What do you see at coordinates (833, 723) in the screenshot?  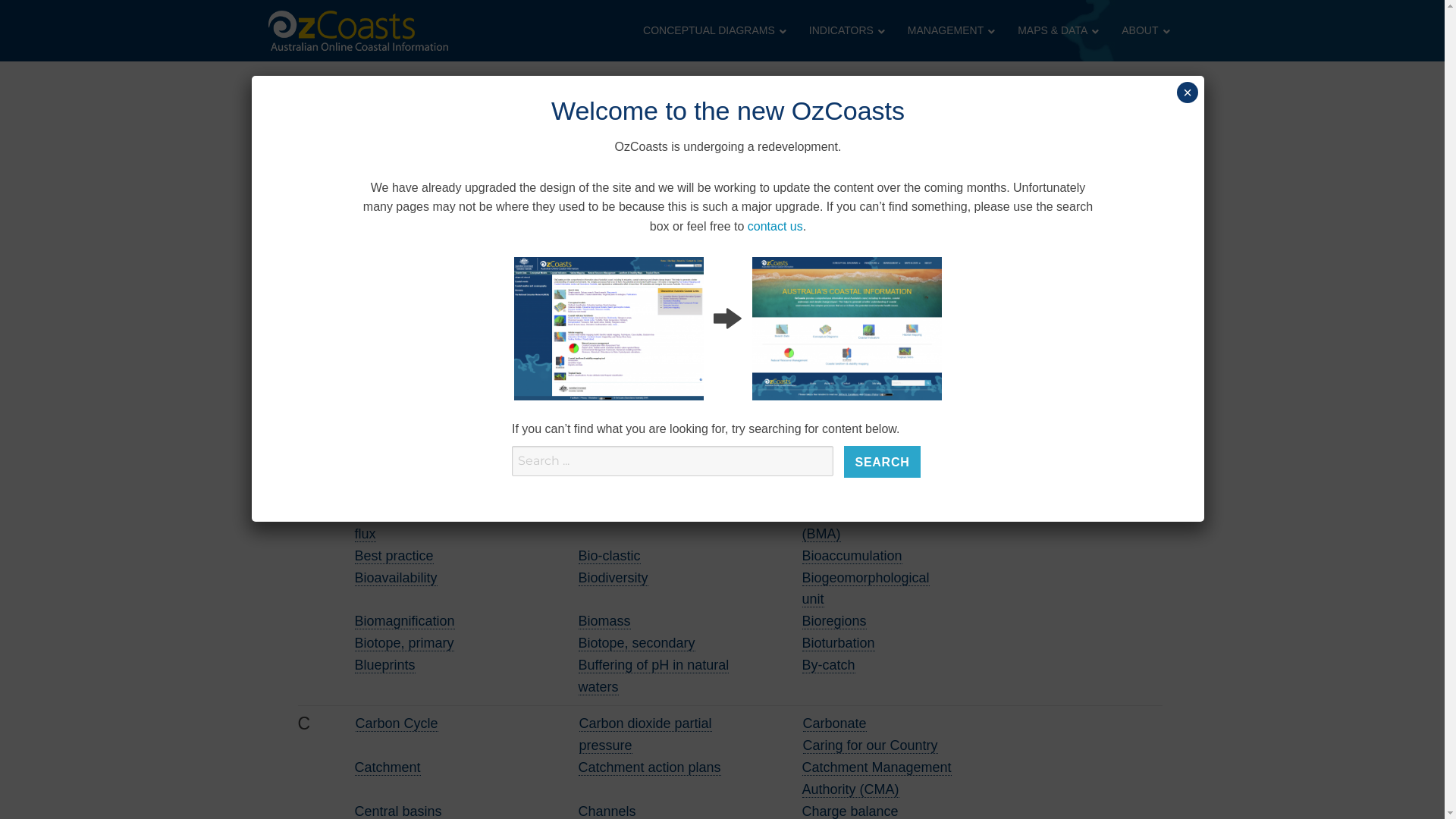 I see `'Carbonate'` at bounding box center [833, 723].